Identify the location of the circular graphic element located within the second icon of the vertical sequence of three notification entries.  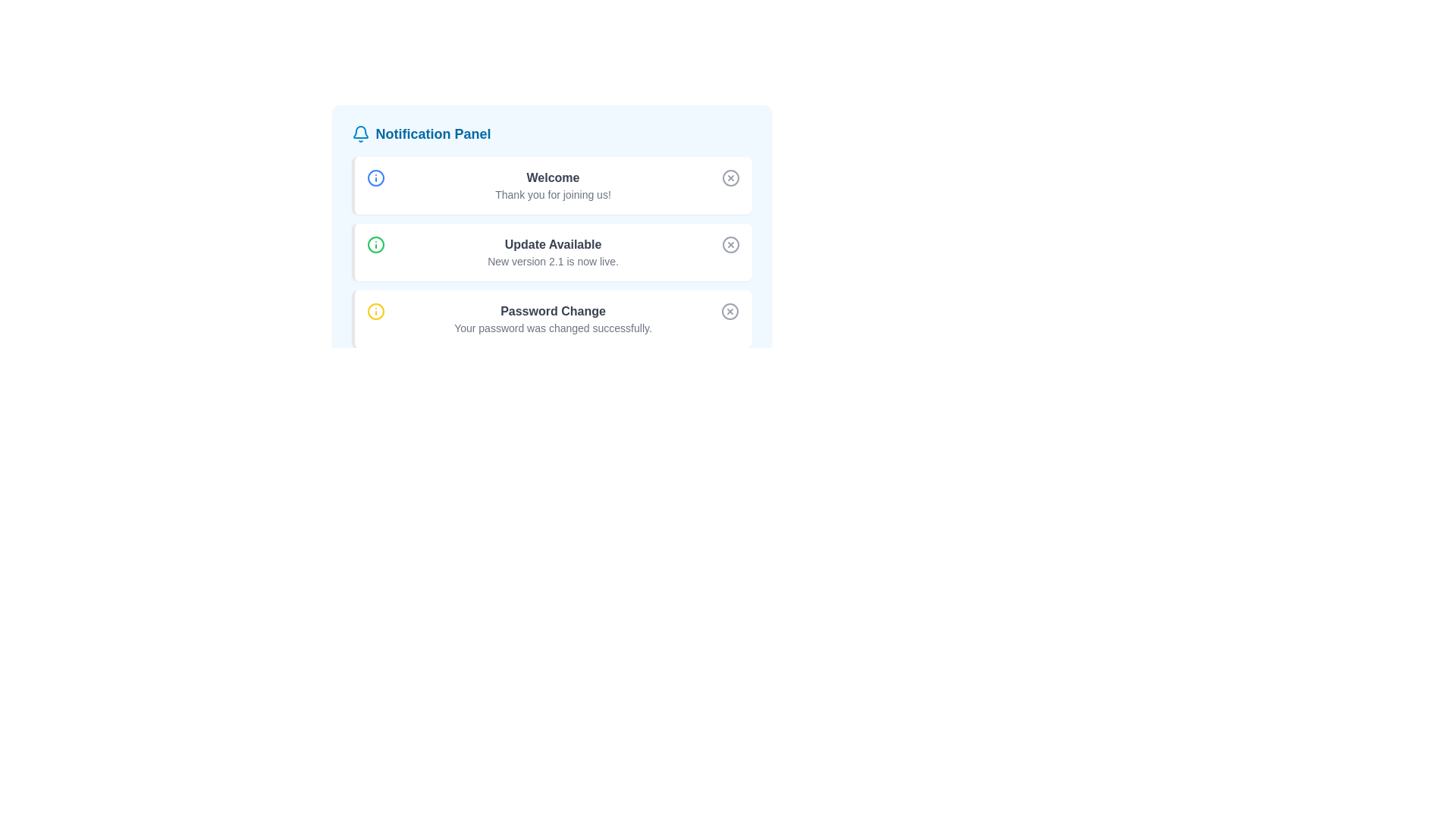
(375, 244).